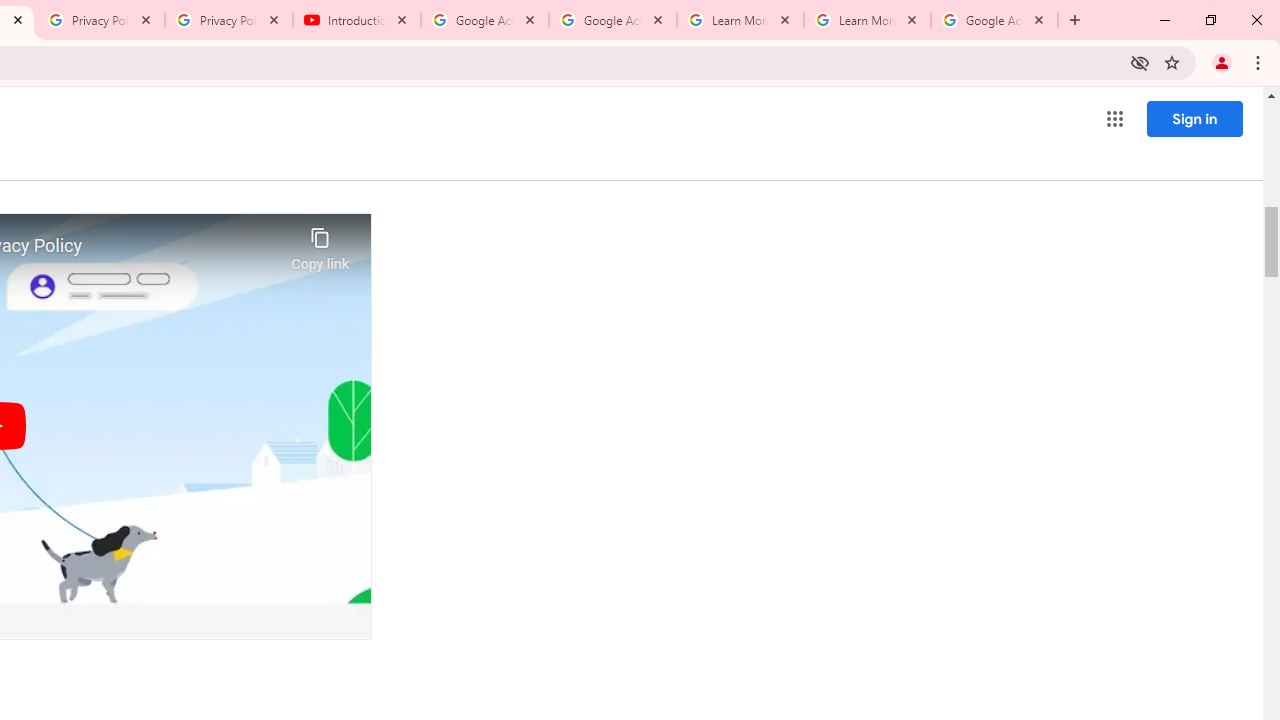  Describe the element at coordinates (357, 20) in the screenshot. I see `'Introduction | Google Privacy Policy - YouTube'` at that location.